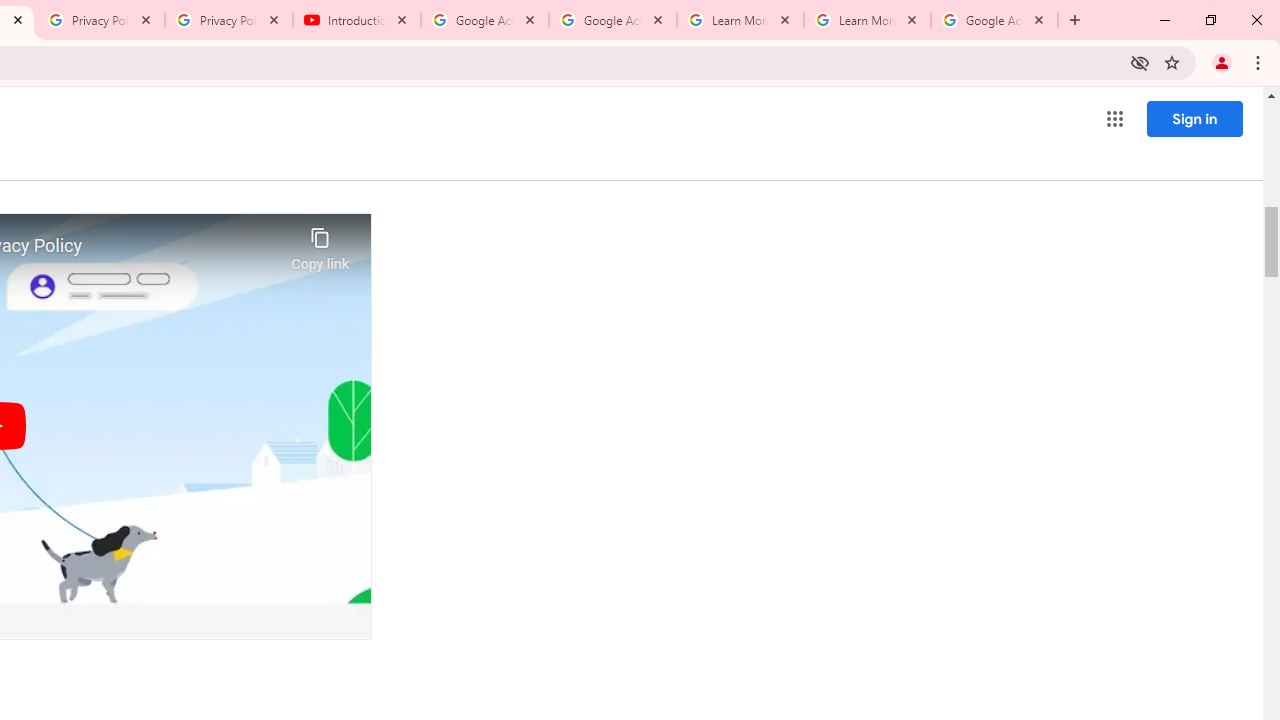  Describe the element at coordinates (357, 20) in the screenshot. I see `'Introduction | Google Privacy Policy - YouTube'` at that location.